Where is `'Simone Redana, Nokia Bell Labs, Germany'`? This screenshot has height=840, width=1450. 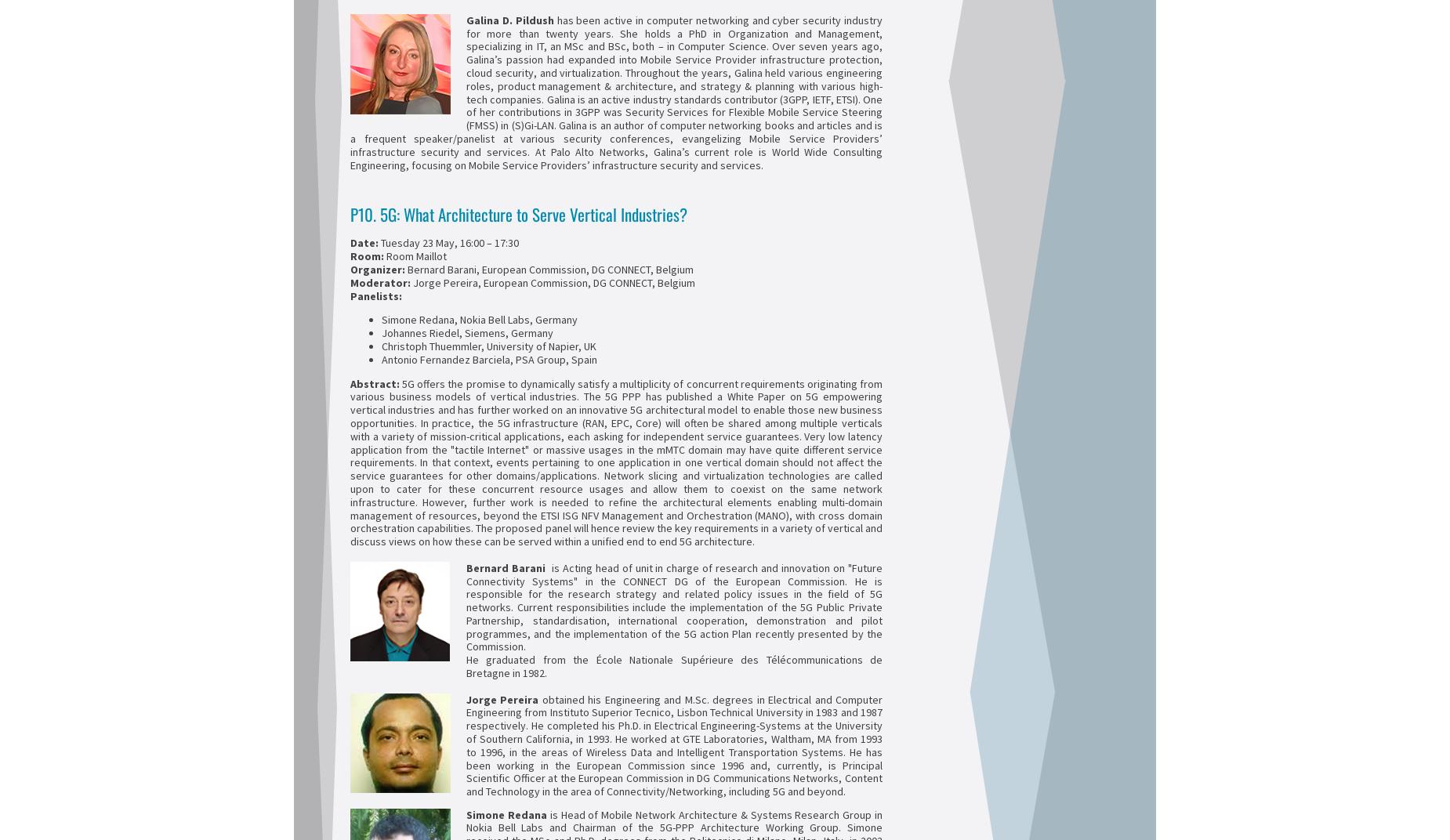
'Simone Redana, Nokia Bell Labs, Germany' is located at coordinates (479, 319).